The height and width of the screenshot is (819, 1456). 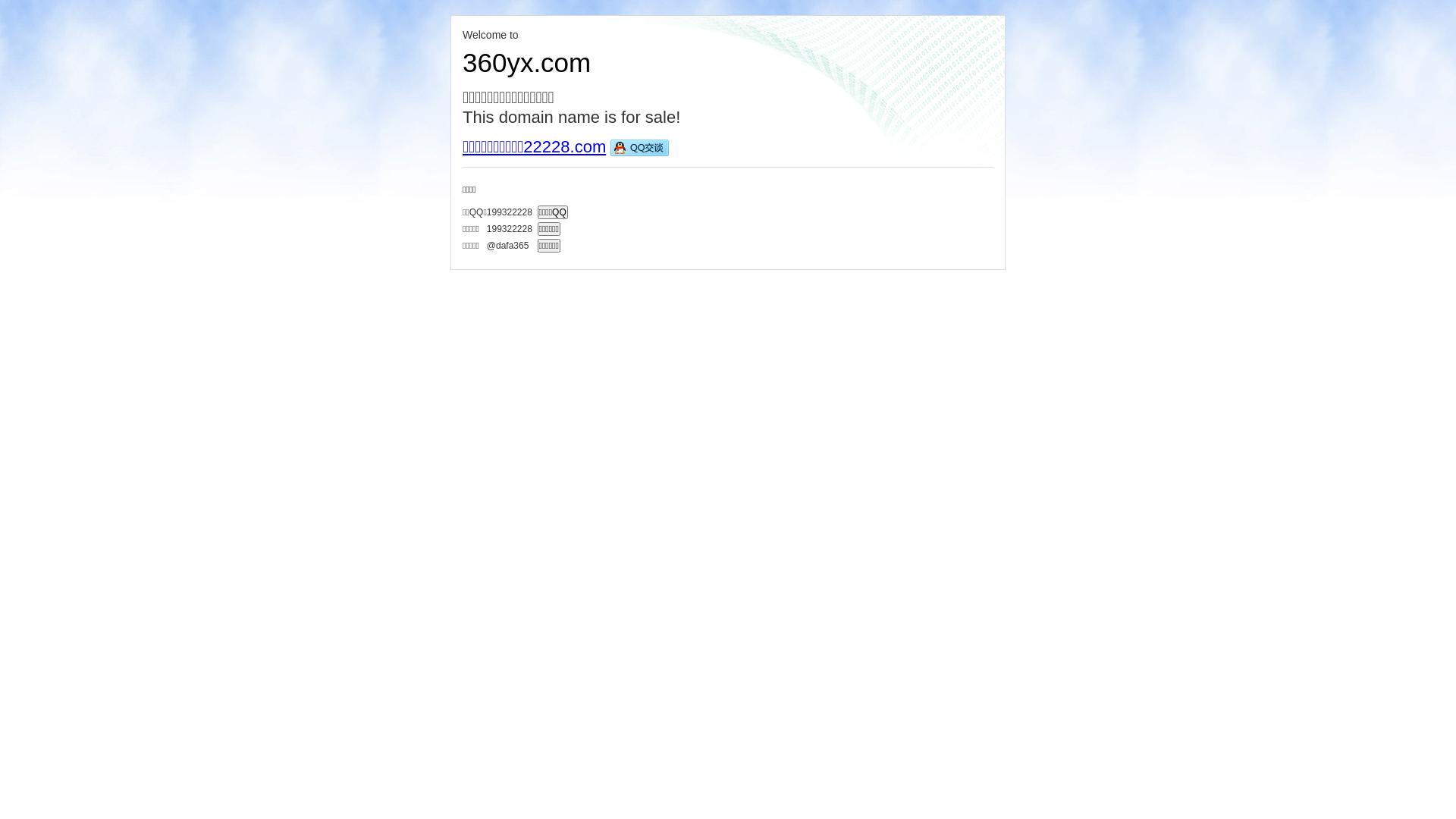 What do you see at coordinates (510, 227) in the screenshot?
I see `'199322228'` at bounding box center [510, 227].